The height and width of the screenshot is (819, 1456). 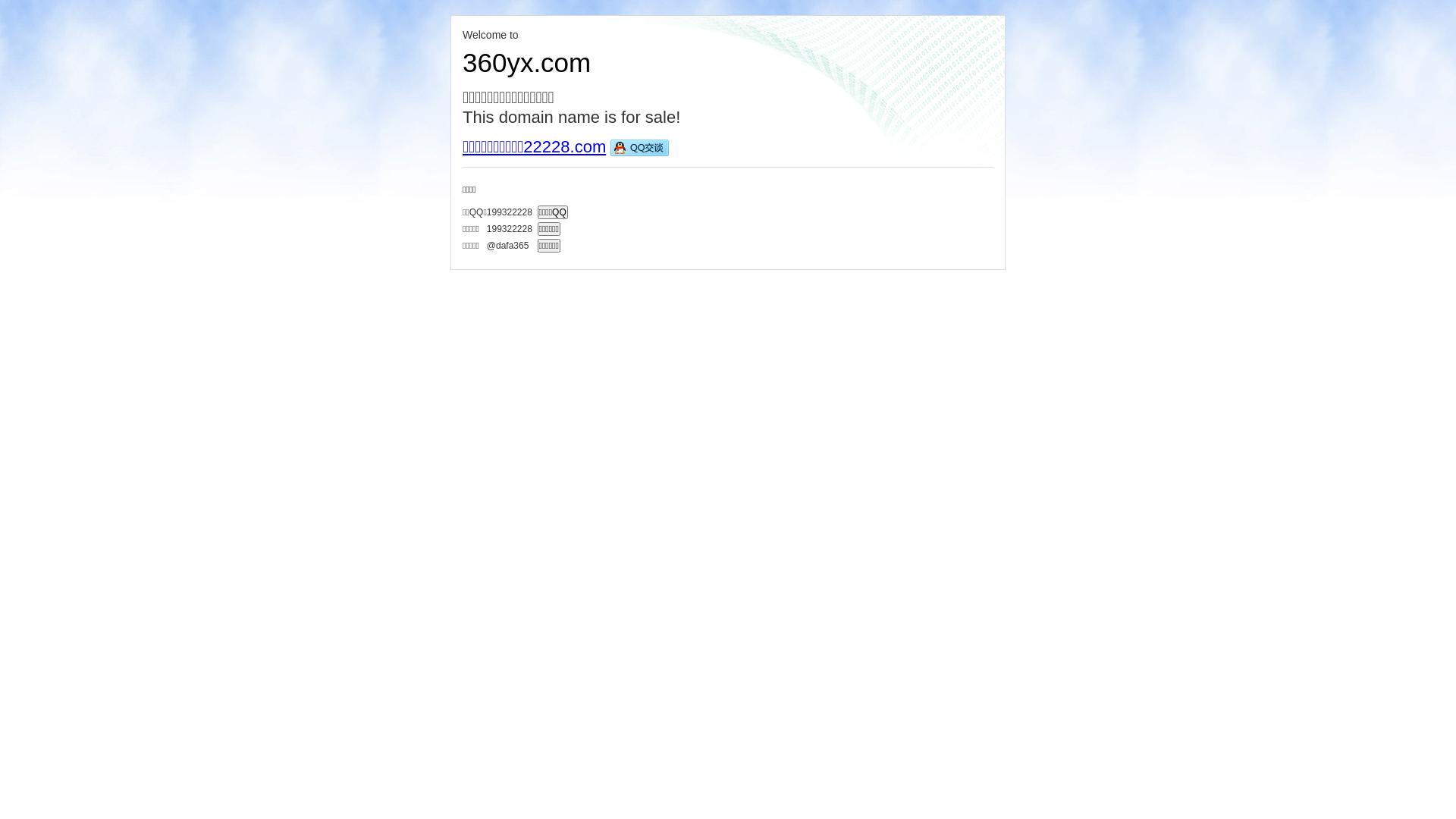 What do you see at coordinates (510, 227) in the screenshot?
I see `'199322228'` at bounding box center [510, 227].